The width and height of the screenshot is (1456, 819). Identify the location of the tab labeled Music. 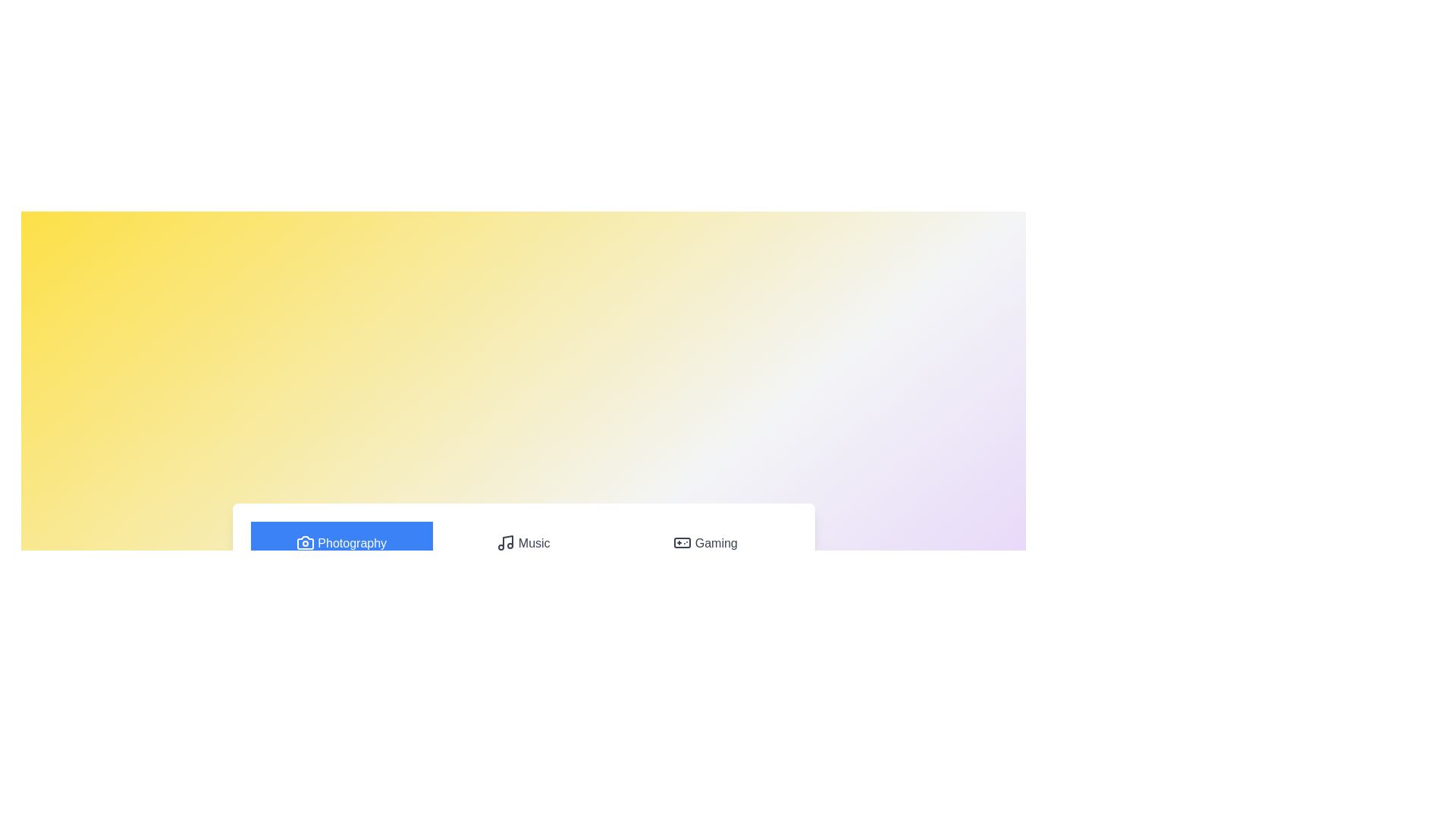
(523, 543).